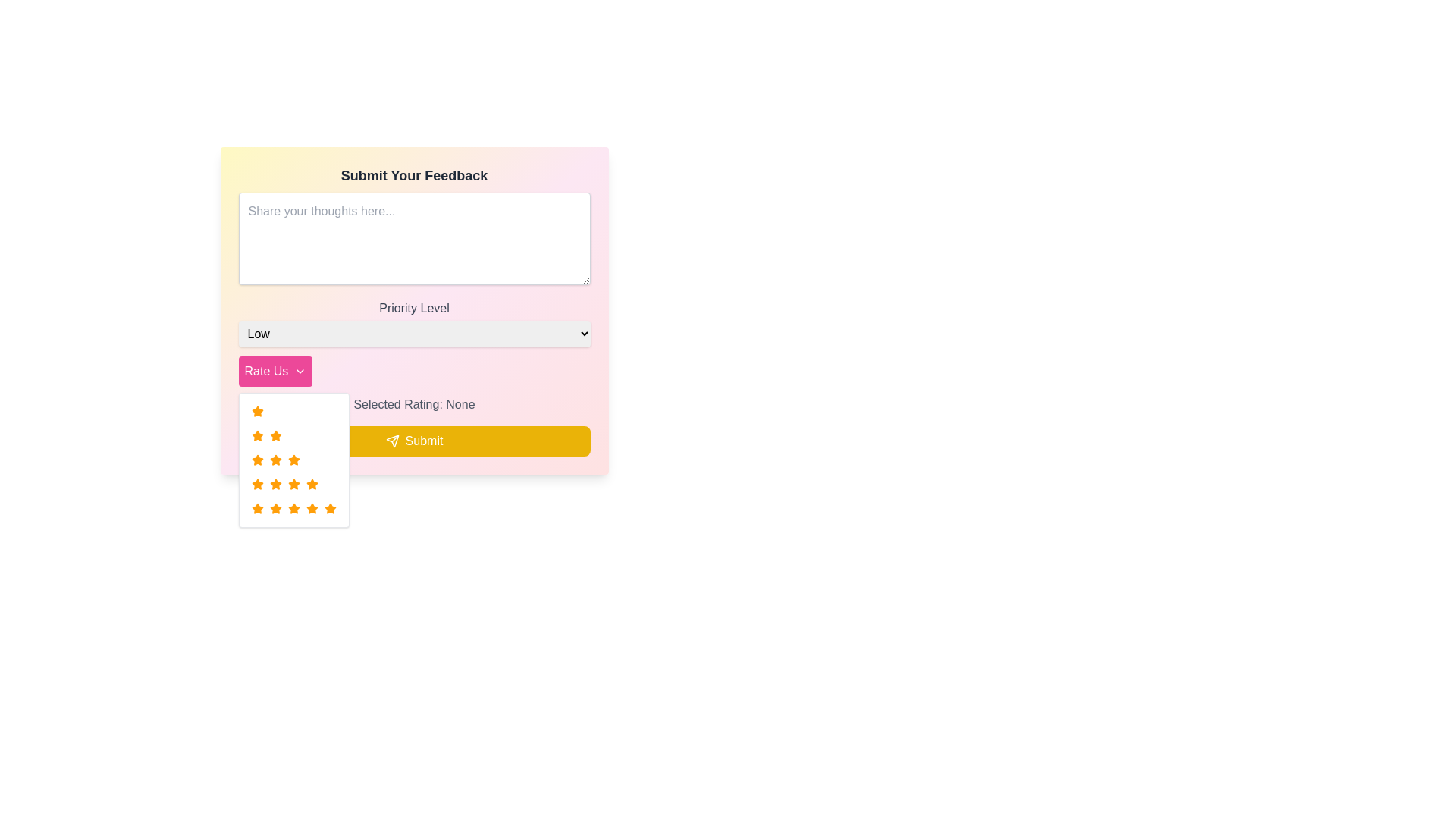 This screenshot has width=1456, height=819. I want to click on the rating selection button located below the 'Priority Level' dropdown and above the 'Selected Rating: None' text, so click(275, 371).